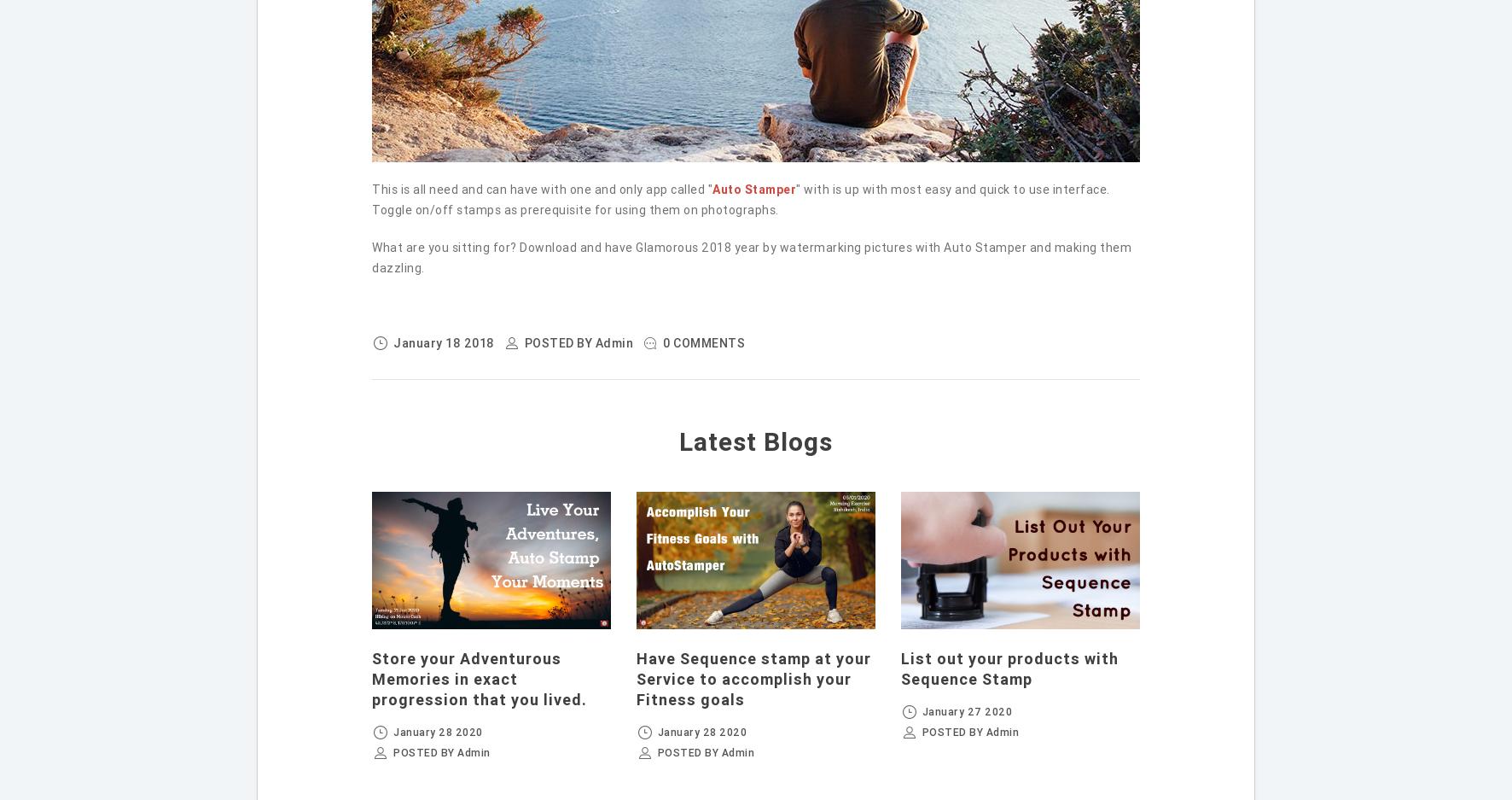 The height and width of the screenshot is (800, 1512). What do you see at coordinates (634, 677) in the screenshot?
I see `'Have Sequence stamp at your Service to accomplish your Fitness goals'` at bounding box center [634, 677].